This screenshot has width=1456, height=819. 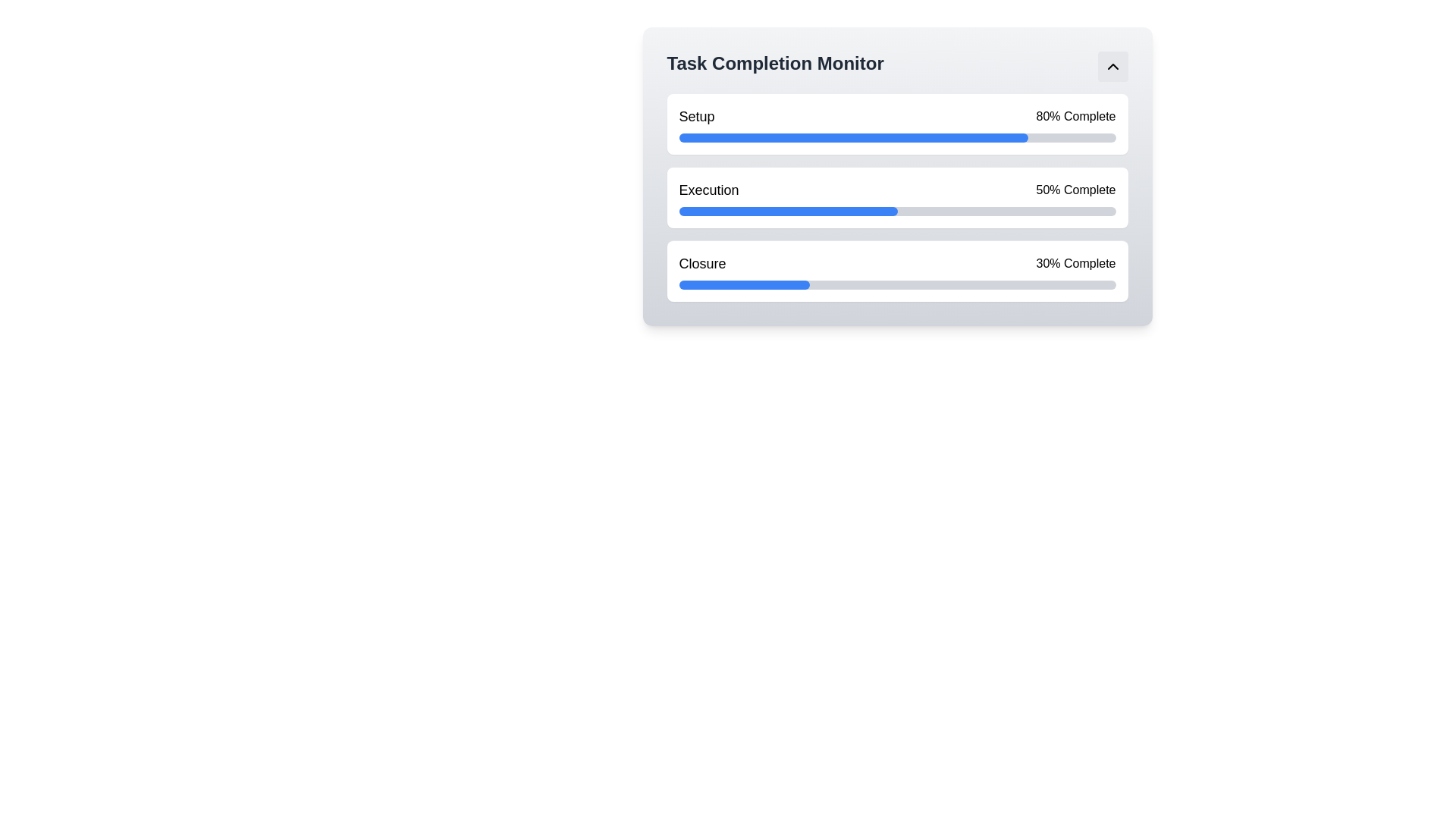 What do you see at coordinates (897, 137) in the screenshot?
I see `the horizontal progress bar with a gray background and a filled blue segment, located beneath the text 'Setup' and '80% Complete' in the task completion monitor interface` at bounding box center [897, 137].